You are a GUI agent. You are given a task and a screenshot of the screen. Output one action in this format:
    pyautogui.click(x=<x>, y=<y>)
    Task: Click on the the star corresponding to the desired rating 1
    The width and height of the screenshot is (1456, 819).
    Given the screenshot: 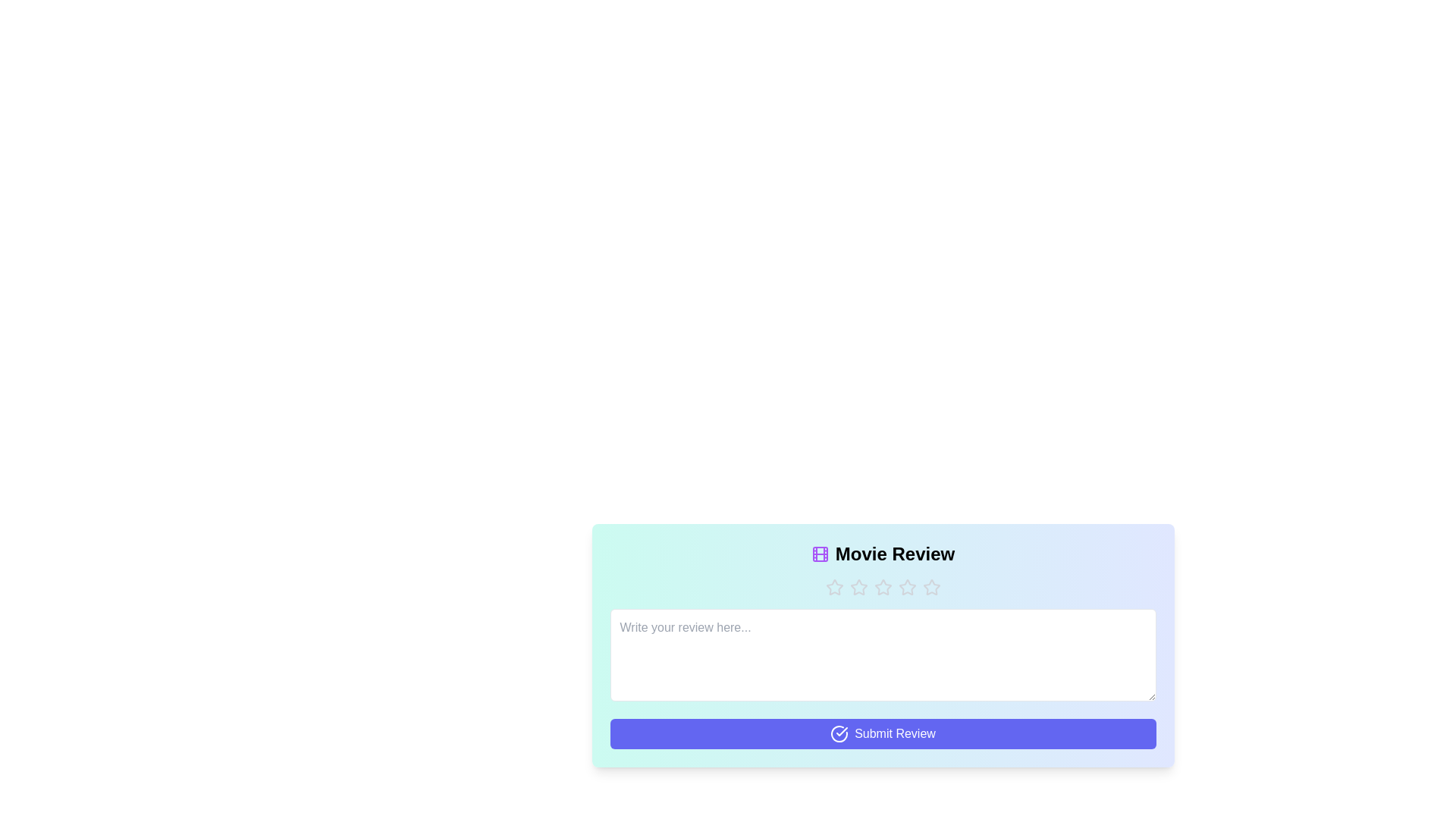 What is the action you would take?
    pyautogui.click(x=833, y=587)
    